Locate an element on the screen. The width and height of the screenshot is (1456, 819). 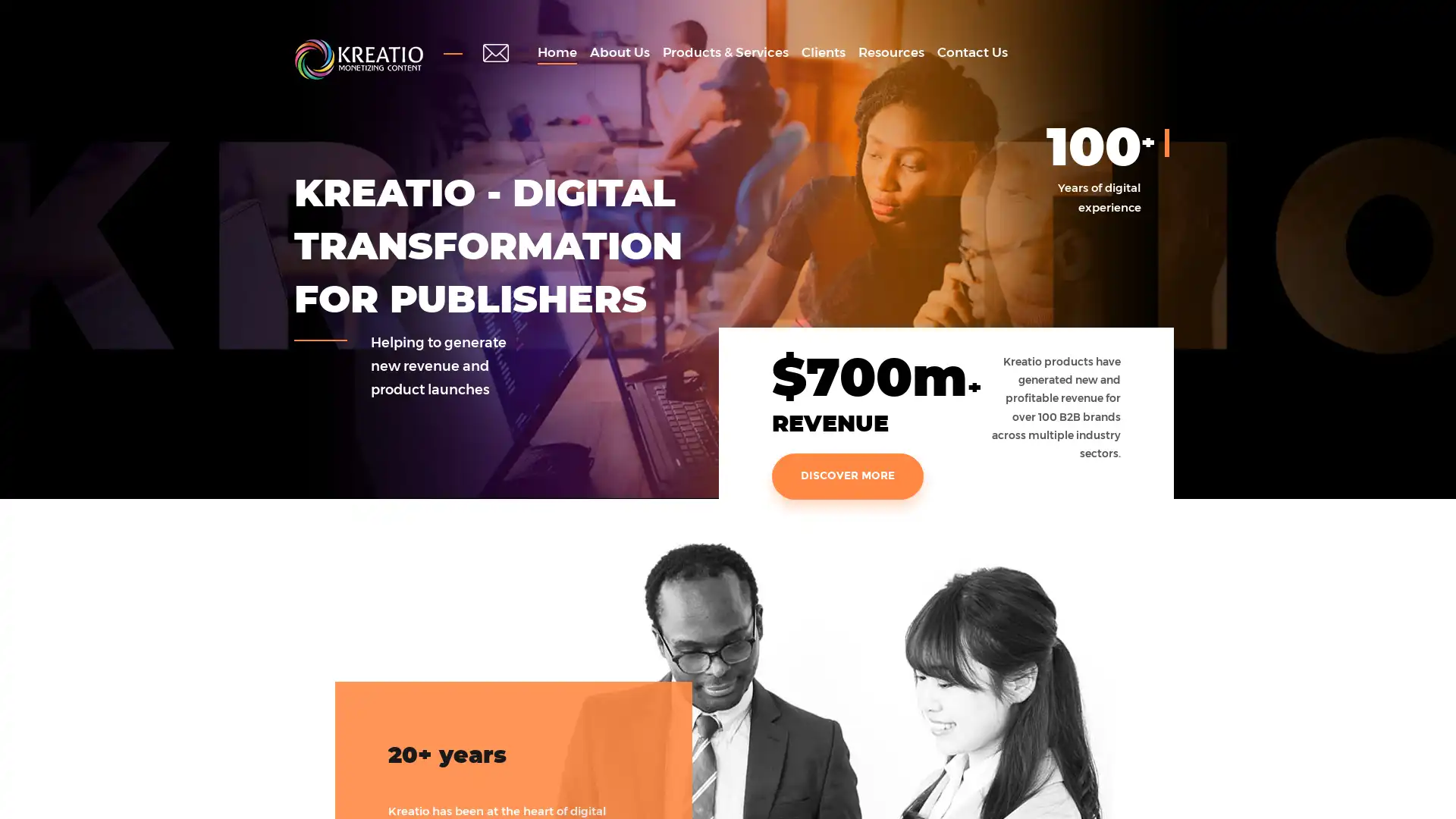
DISCOVER MORE is located at coordinates (846, 475).